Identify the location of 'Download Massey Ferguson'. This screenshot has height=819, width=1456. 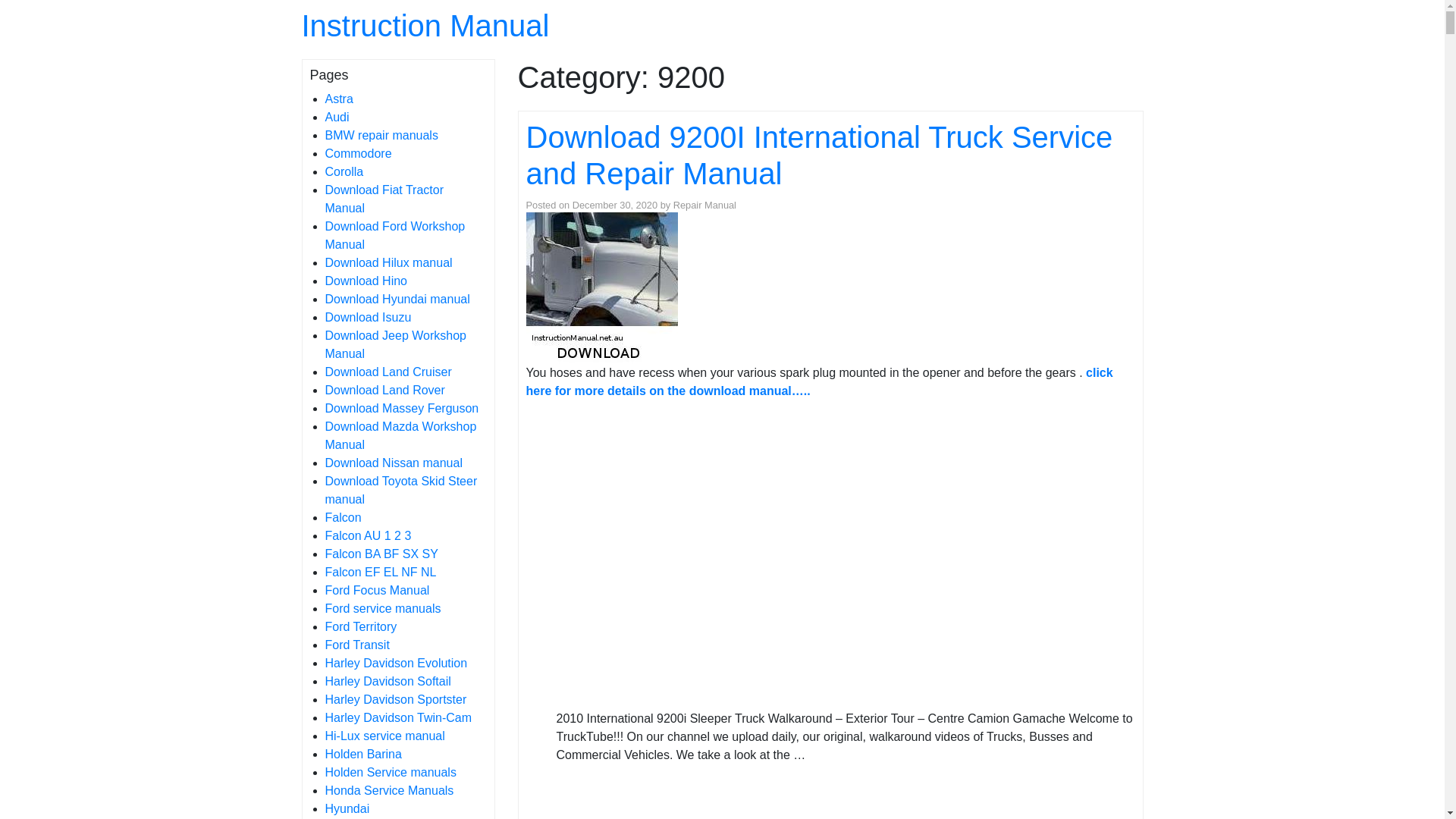
(323, 407).